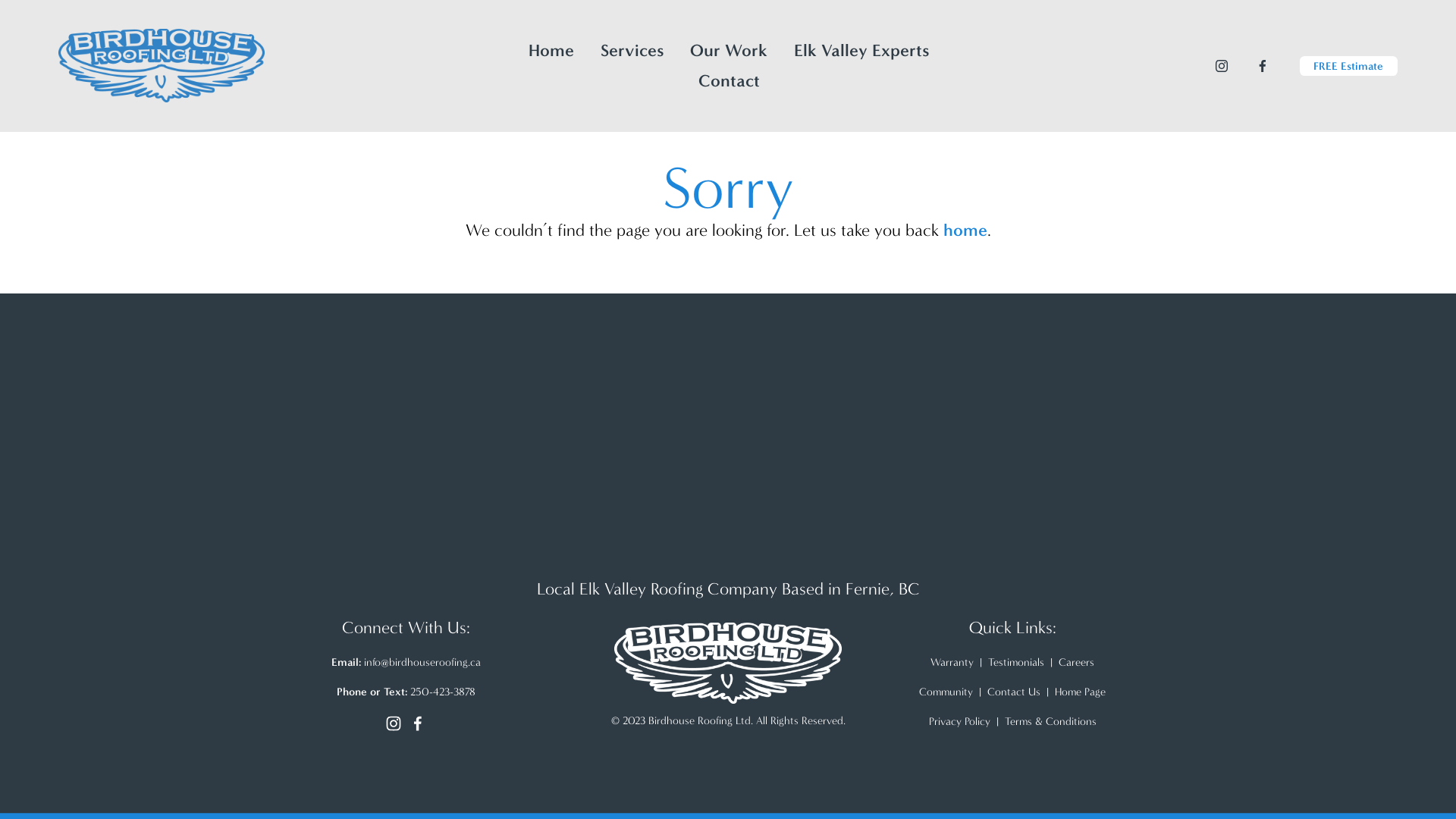  What do you see at coordinates (958, 720) in the screenshot?
I see `'Privacy Policy'` at bounding box center [958, 720].